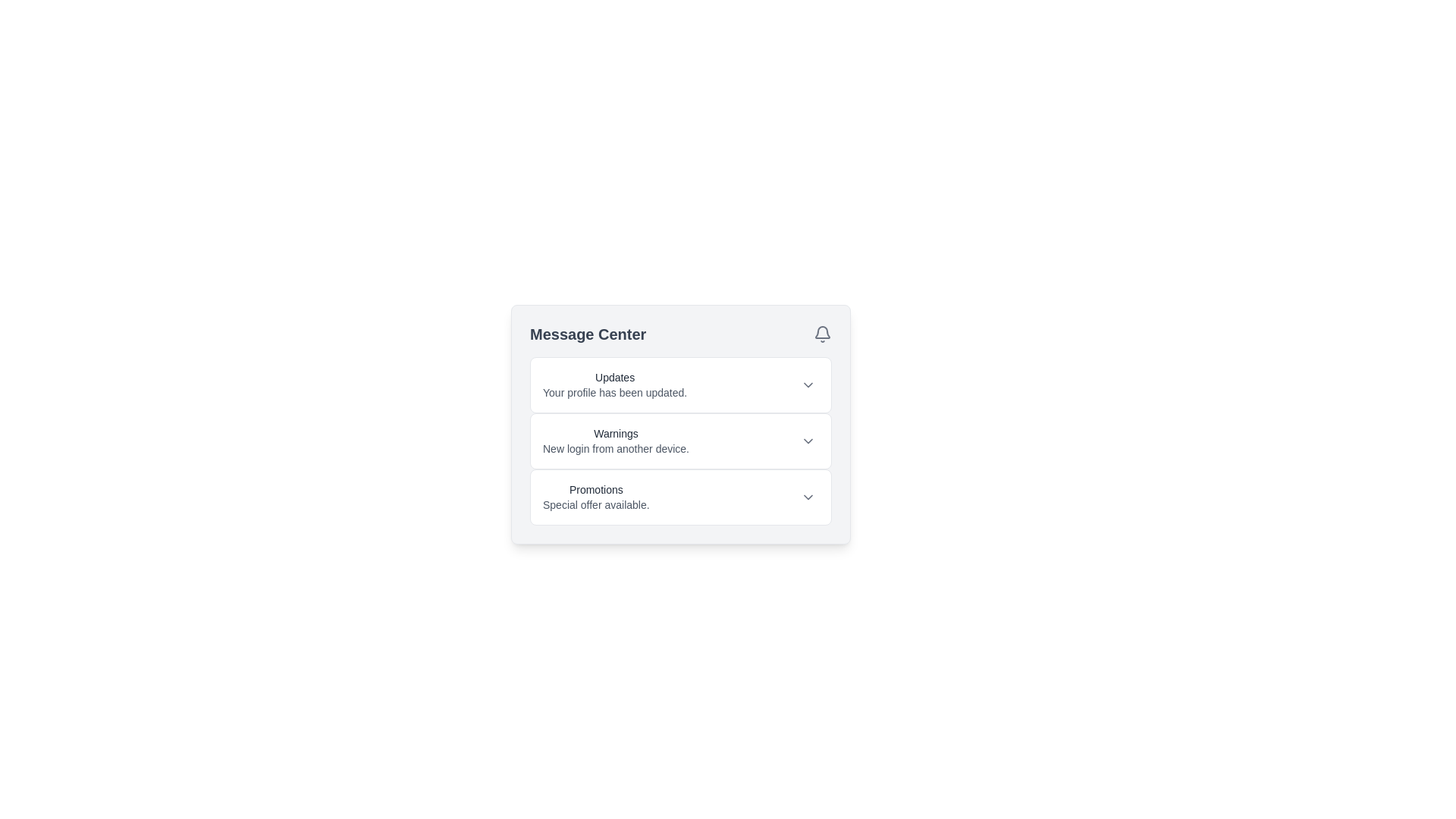 The height and width of the screenshot is (819, 1456). Describe the element at coordinates (616, 447) in the screenshot. I see `the static text element that reads 'New login from another device.', located below the 'Warnings' title in the Message Center panel` at that location.